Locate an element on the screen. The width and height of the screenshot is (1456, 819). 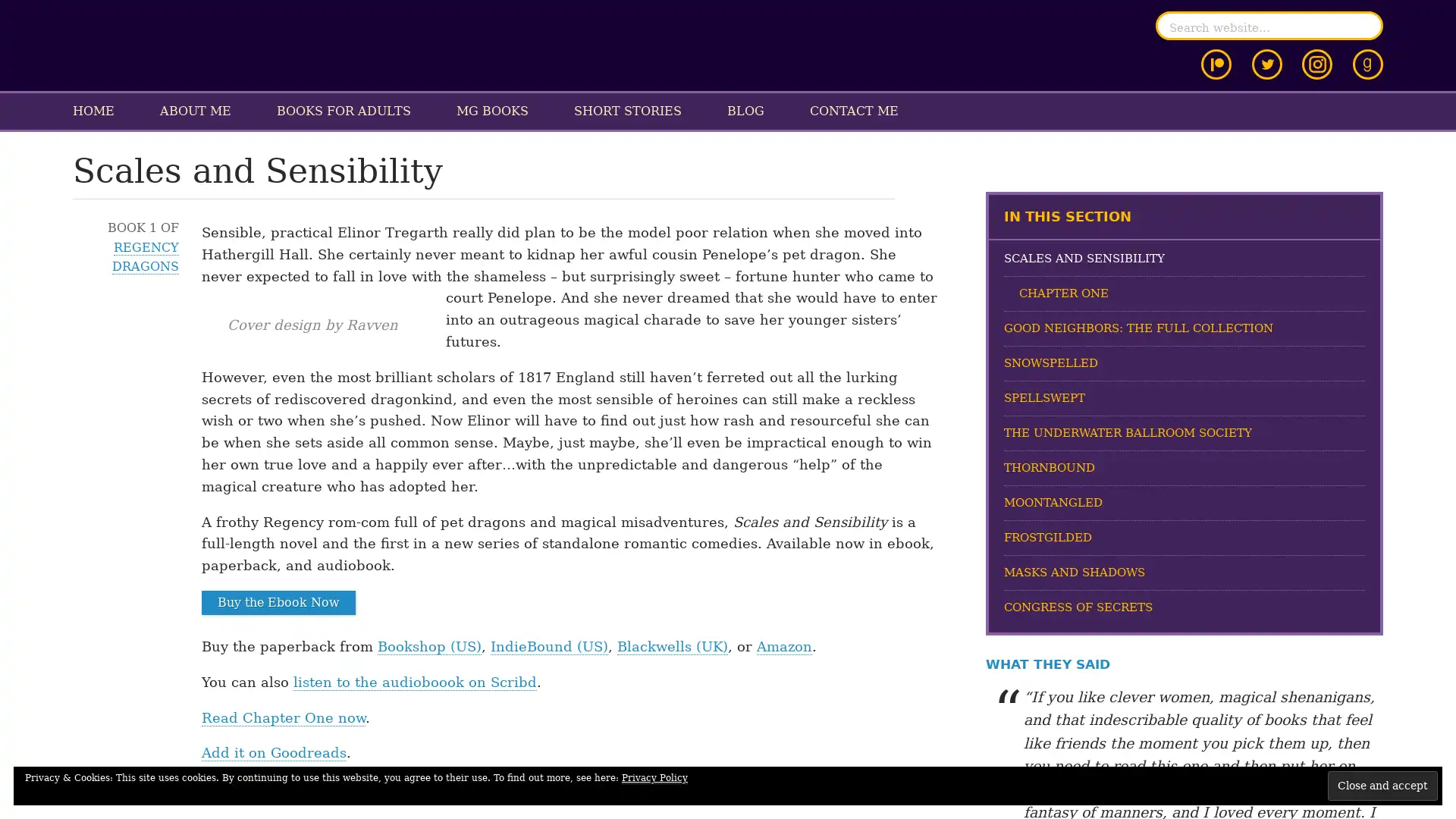
Search is located at coordinates (1365, 26).